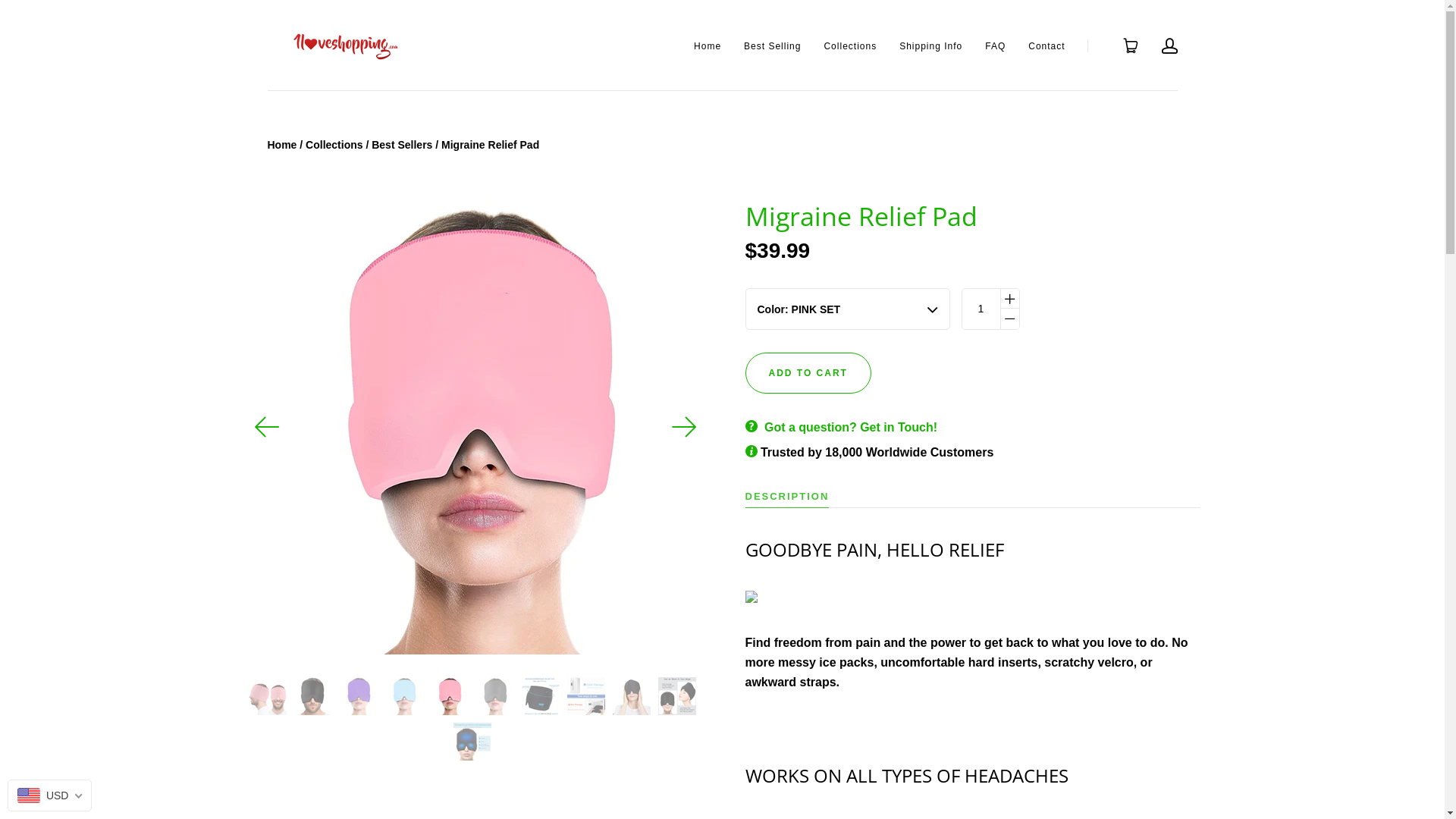 The width and height of the screenshot is (1456, 819). Describe the element at coordinates (401, 145) in the screenshot. I see `'Best Sellers'` at that location.